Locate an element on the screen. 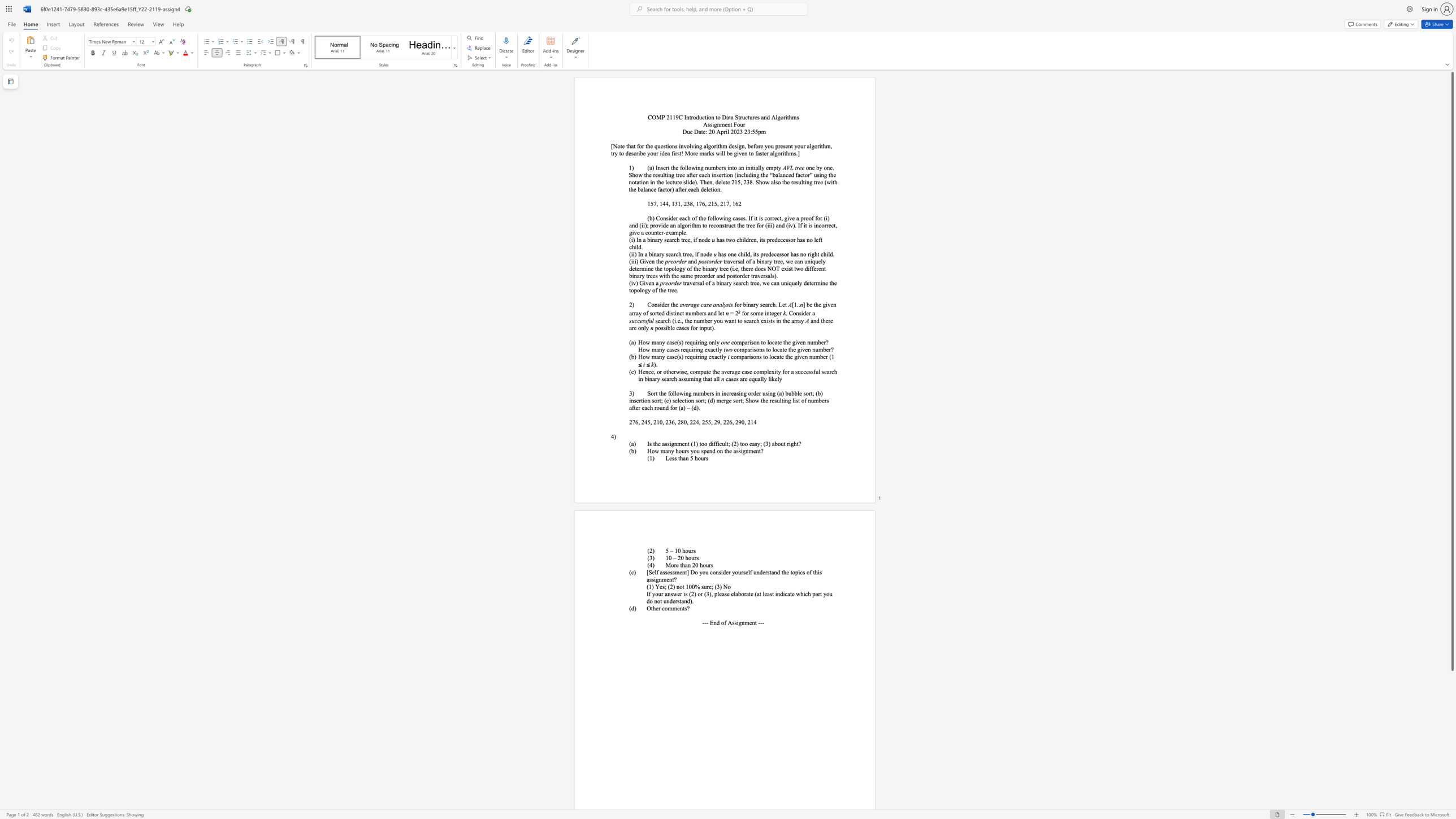  the subset text "lexity for a" within the text "Hence, or otherwise, compute the average case complexity for a successful search in binary search assuming that all" is located at coordinates (766, 371).